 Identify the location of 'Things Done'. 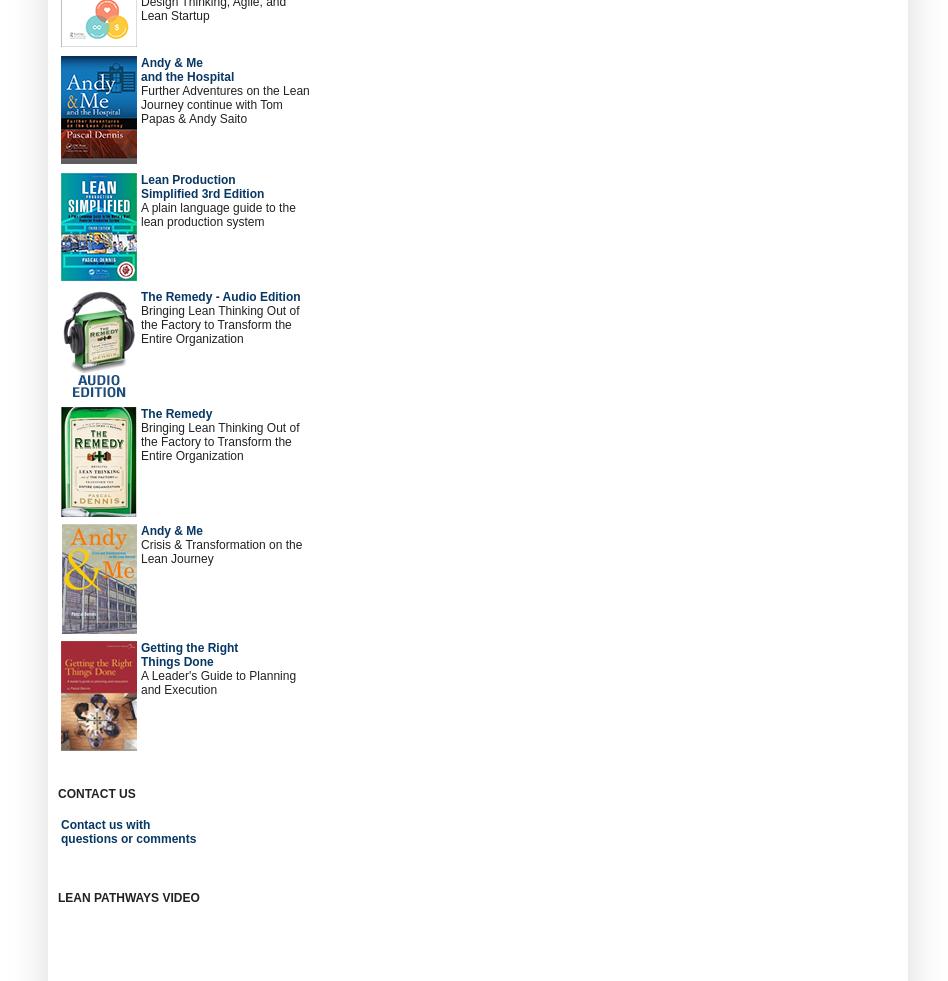
(175, 661).